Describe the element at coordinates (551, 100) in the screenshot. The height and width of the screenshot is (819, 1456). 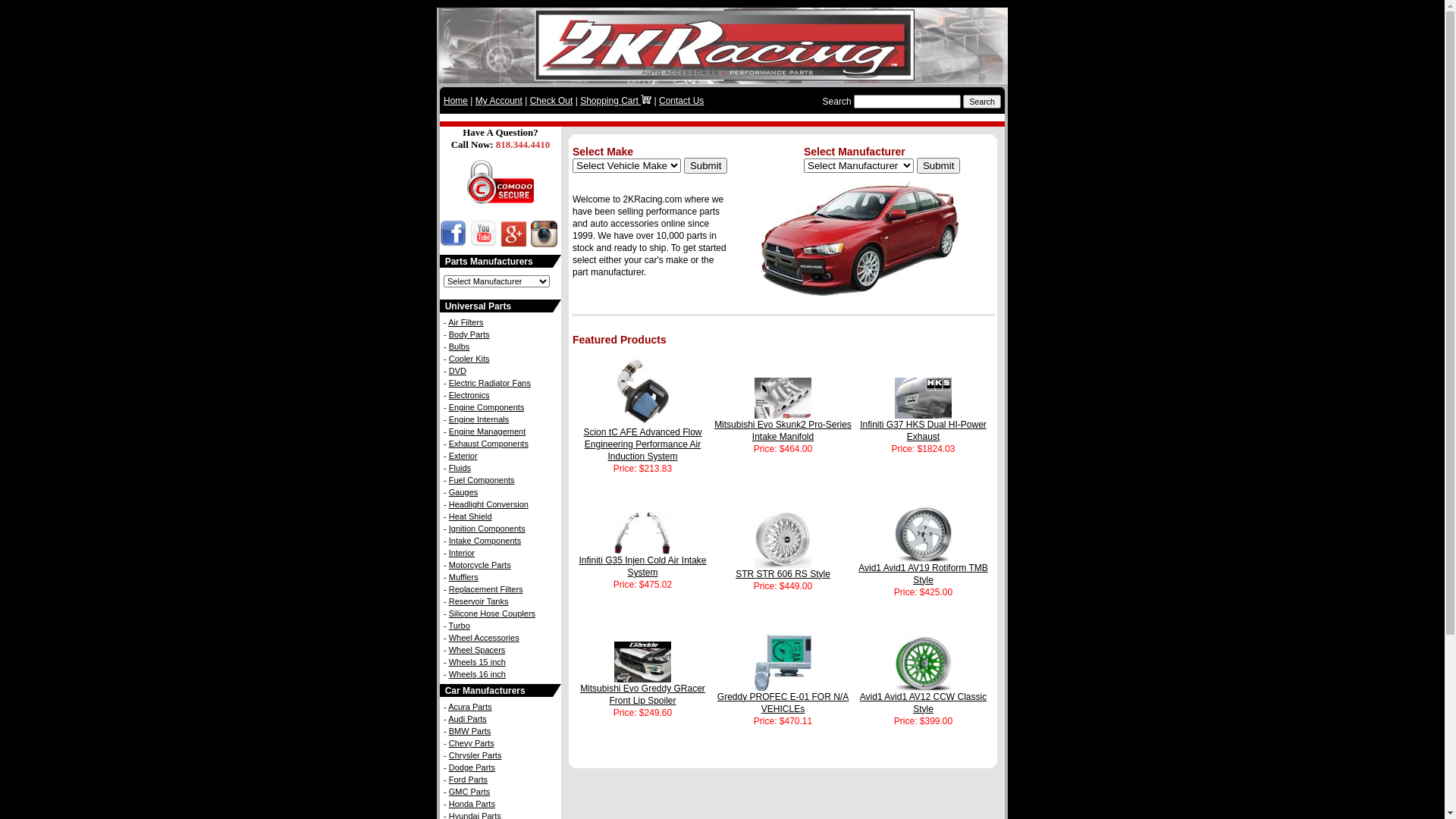
I see `'Check Out'` at that location.